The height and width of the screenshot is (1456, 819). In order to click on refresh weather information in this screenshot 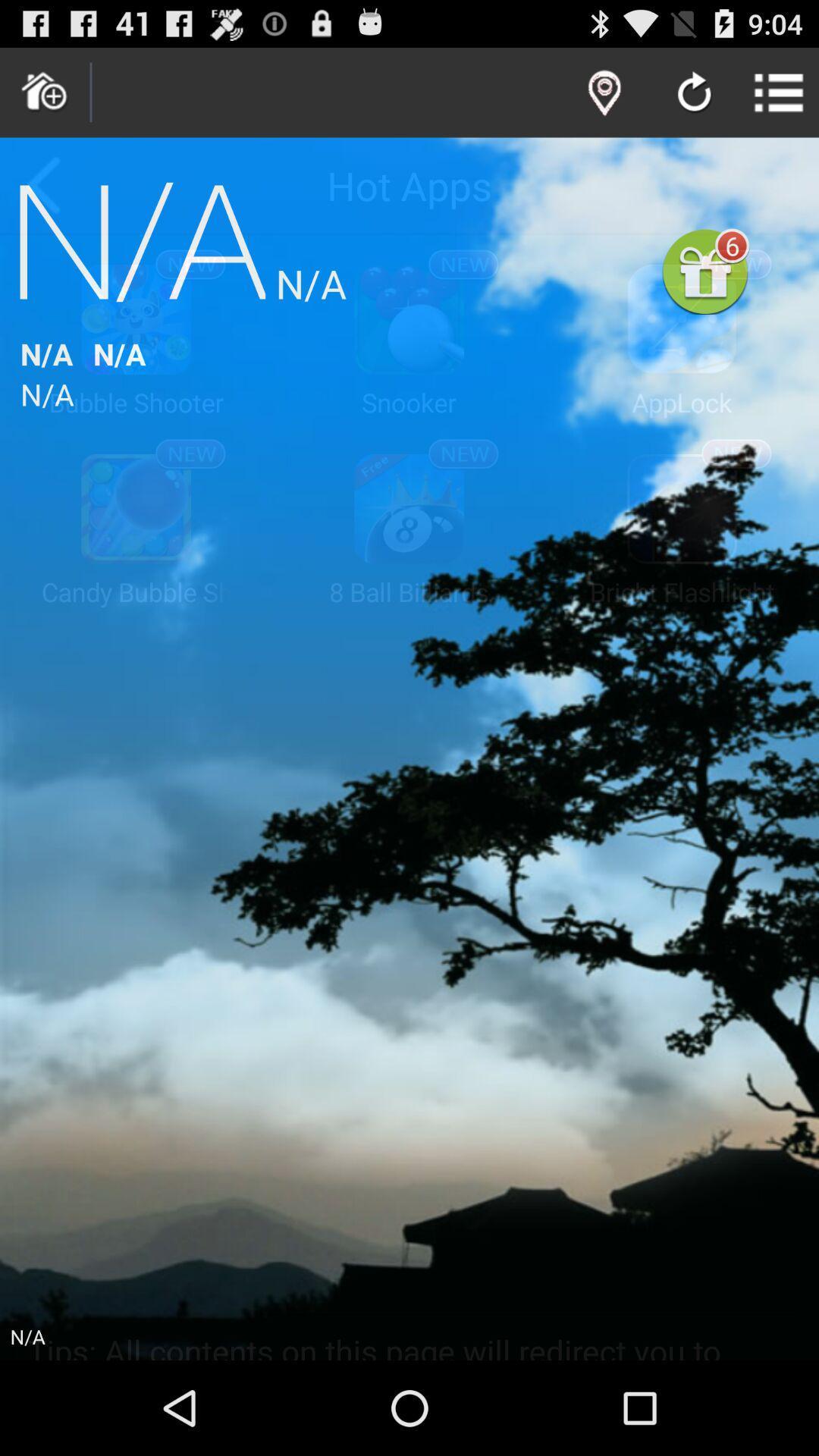, I will do `click(694, 93)`.